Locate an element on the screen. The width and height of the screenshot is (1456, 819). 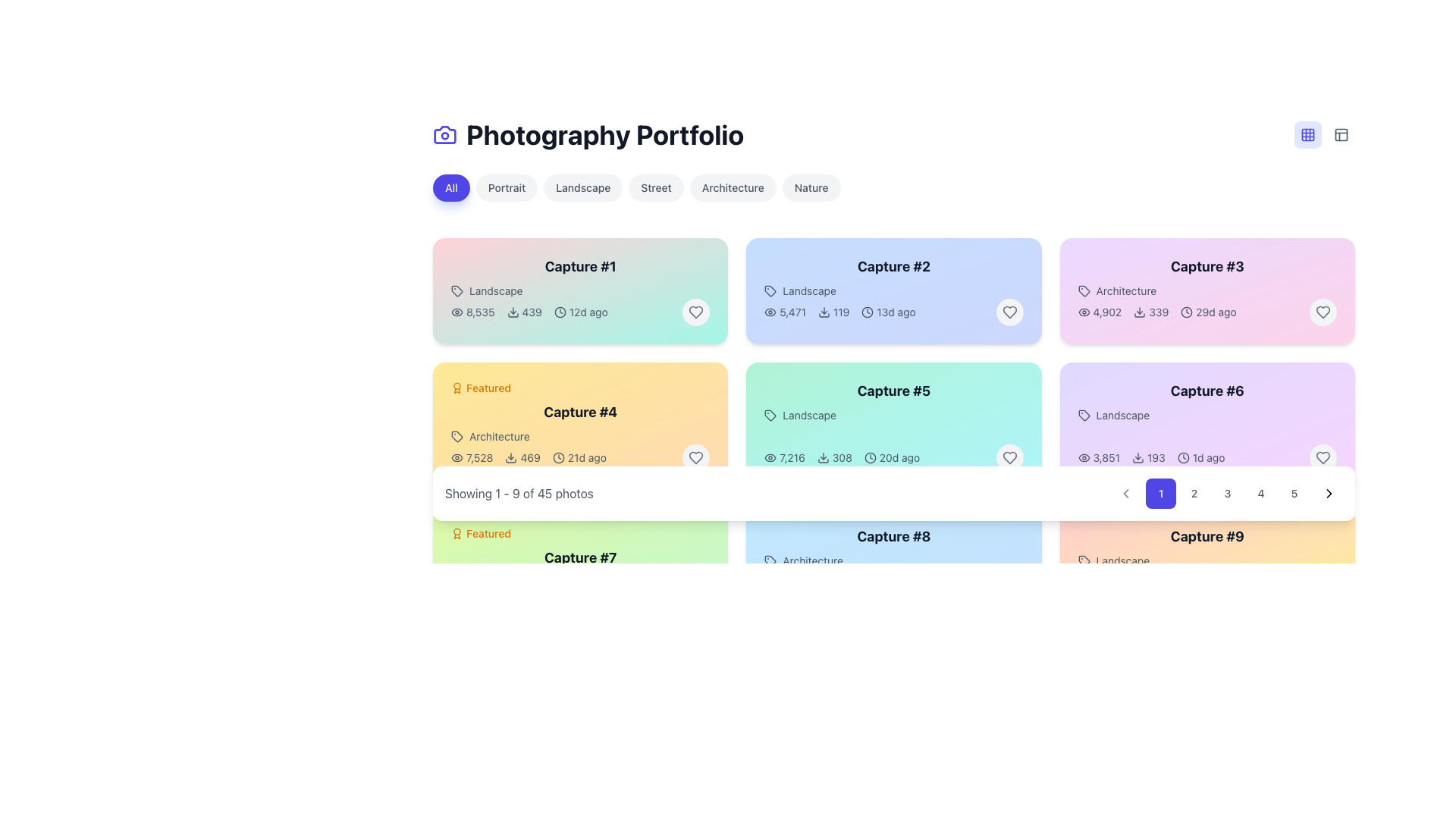
text displayed as '12d ago' in the metadata section of 'Capture #1' located in the top-left card of the gallery grid is located at coordinates (579, 312).